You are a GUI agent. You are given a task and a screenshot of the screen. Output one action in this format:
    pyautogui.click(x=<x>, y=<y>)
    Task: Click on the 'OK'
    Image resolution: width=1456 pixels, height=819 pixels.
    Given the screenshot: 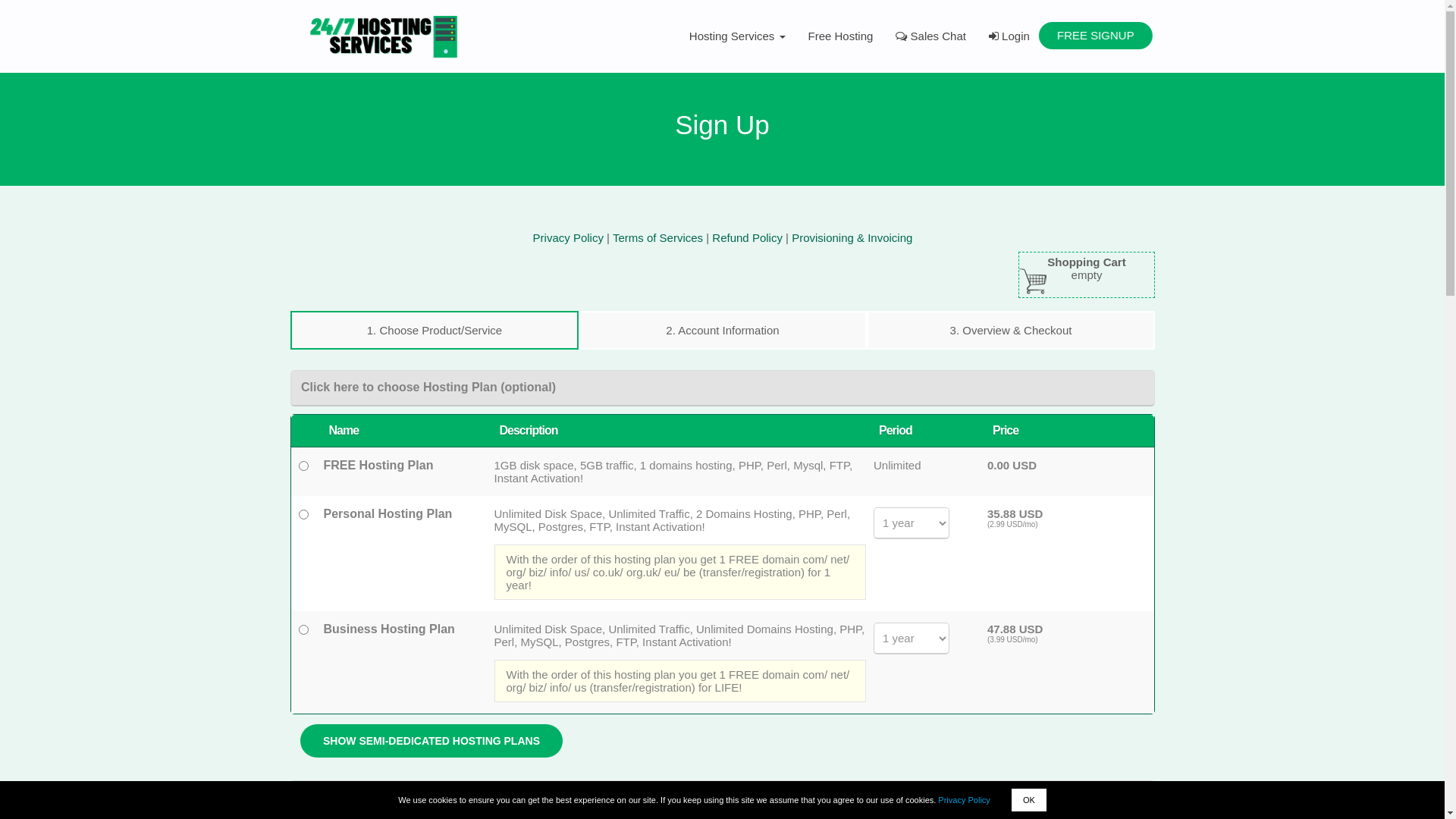 What is the action you would take?
    pyautogui.click(x=1012, y=799)
    